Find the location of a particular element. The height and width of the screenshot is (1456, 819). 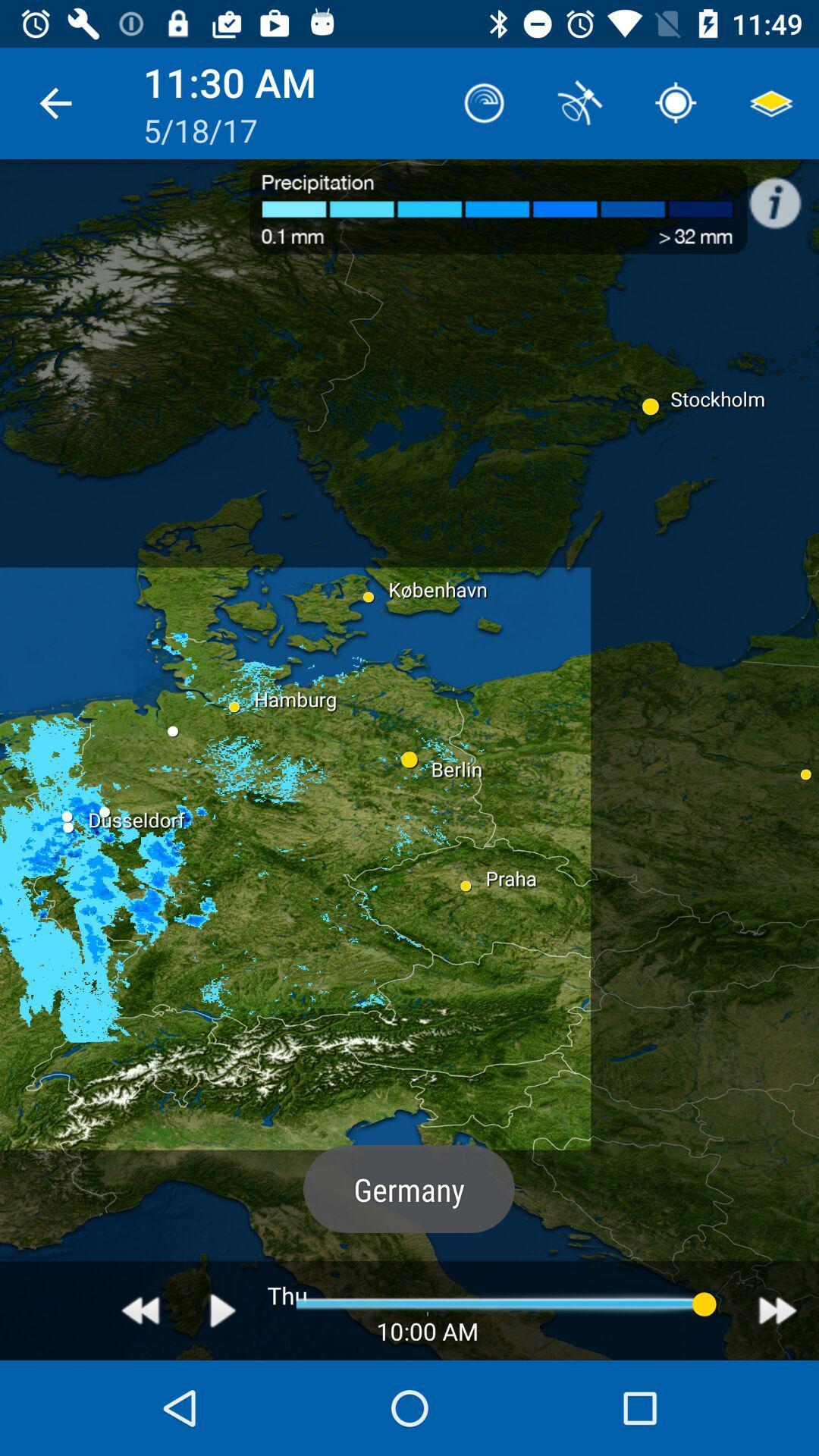

the info icon is located at coordinates (783, 194).